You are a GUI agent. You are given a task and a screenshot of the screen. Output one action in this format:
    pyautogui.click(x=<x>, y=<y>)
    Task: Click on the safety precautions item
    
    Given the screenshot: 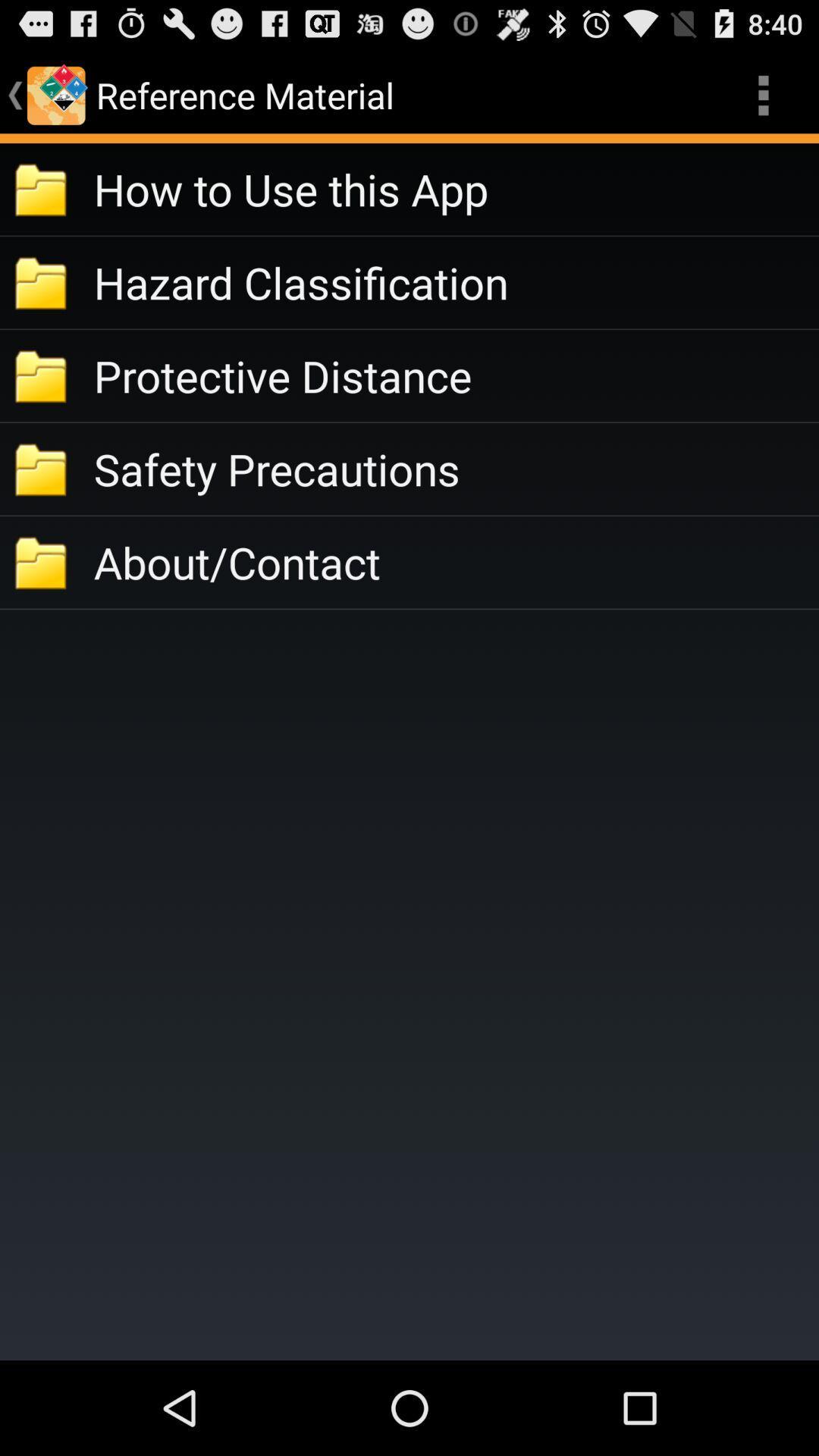 What is the action you would take?
    pyautogui.click(x=455, y=468)
    